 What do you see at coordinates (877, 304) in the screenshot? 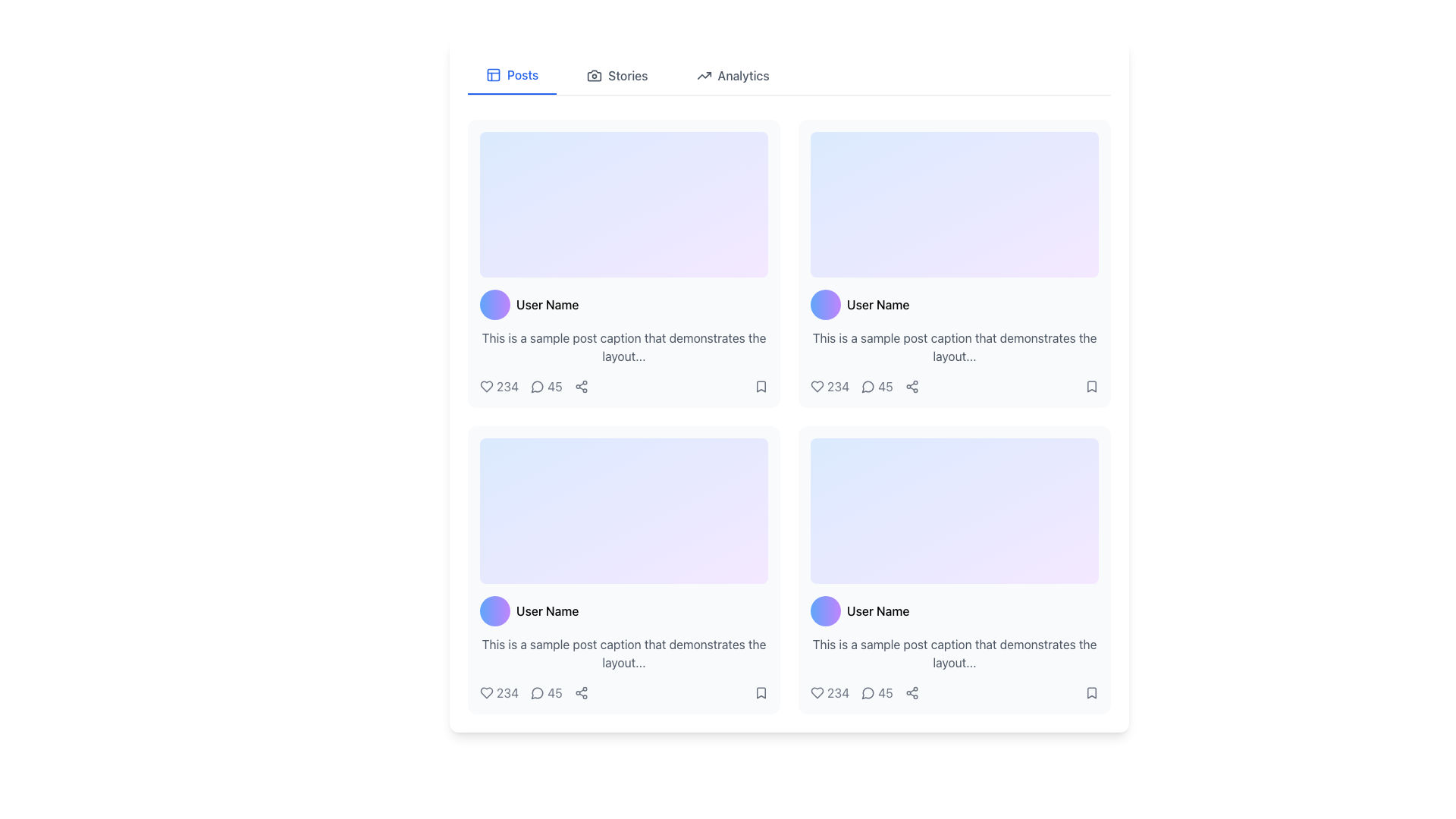
I see `the 'User Name' text label to initiate a profile view` at bounding box center [877, 304].